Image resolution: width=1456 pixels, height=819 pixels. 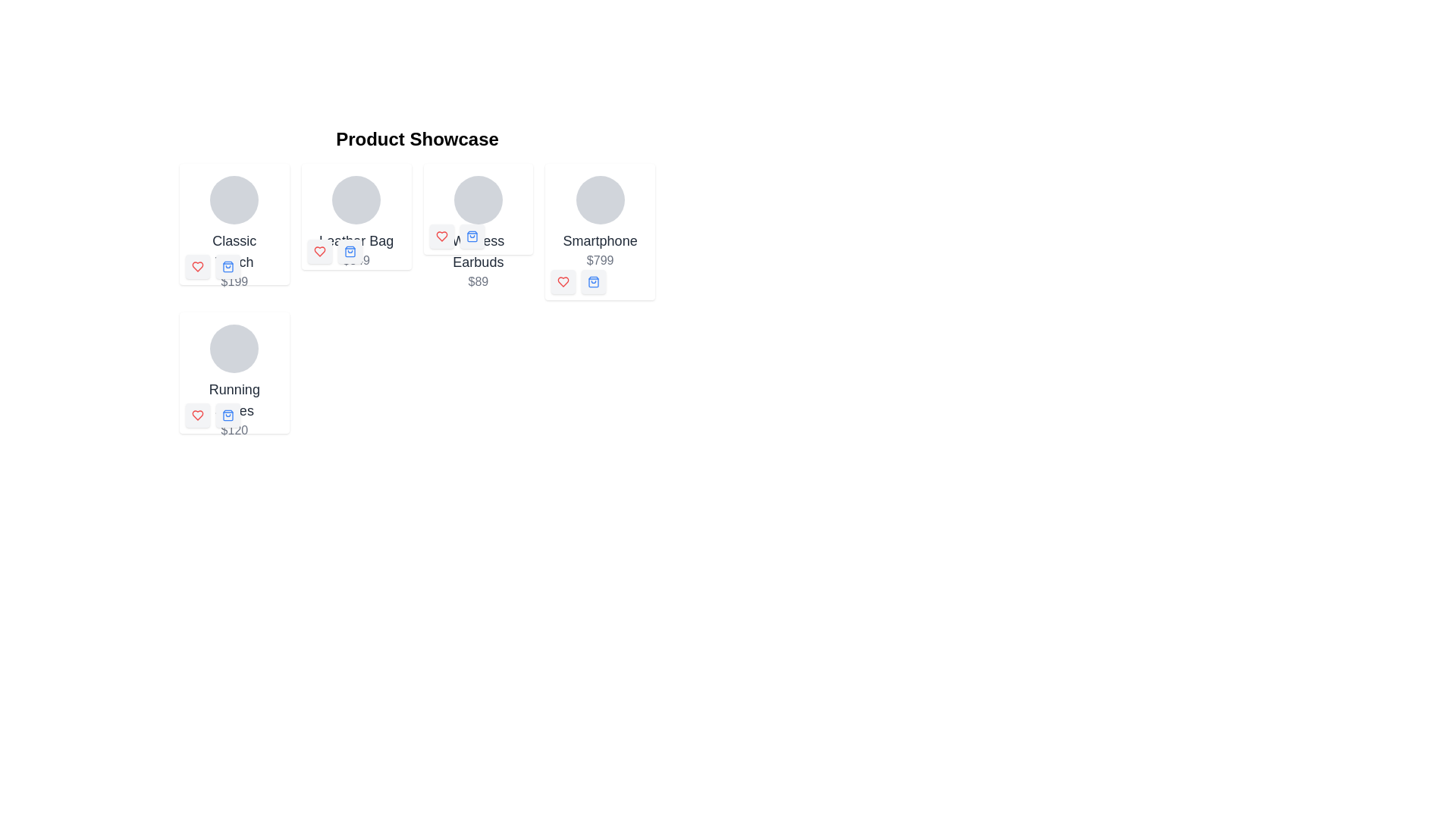 I want to click on the heart icon button on the product card for 'Wireless Earbuds' located in the first row, third column of the product listing grid, so click(x=441, y=237).